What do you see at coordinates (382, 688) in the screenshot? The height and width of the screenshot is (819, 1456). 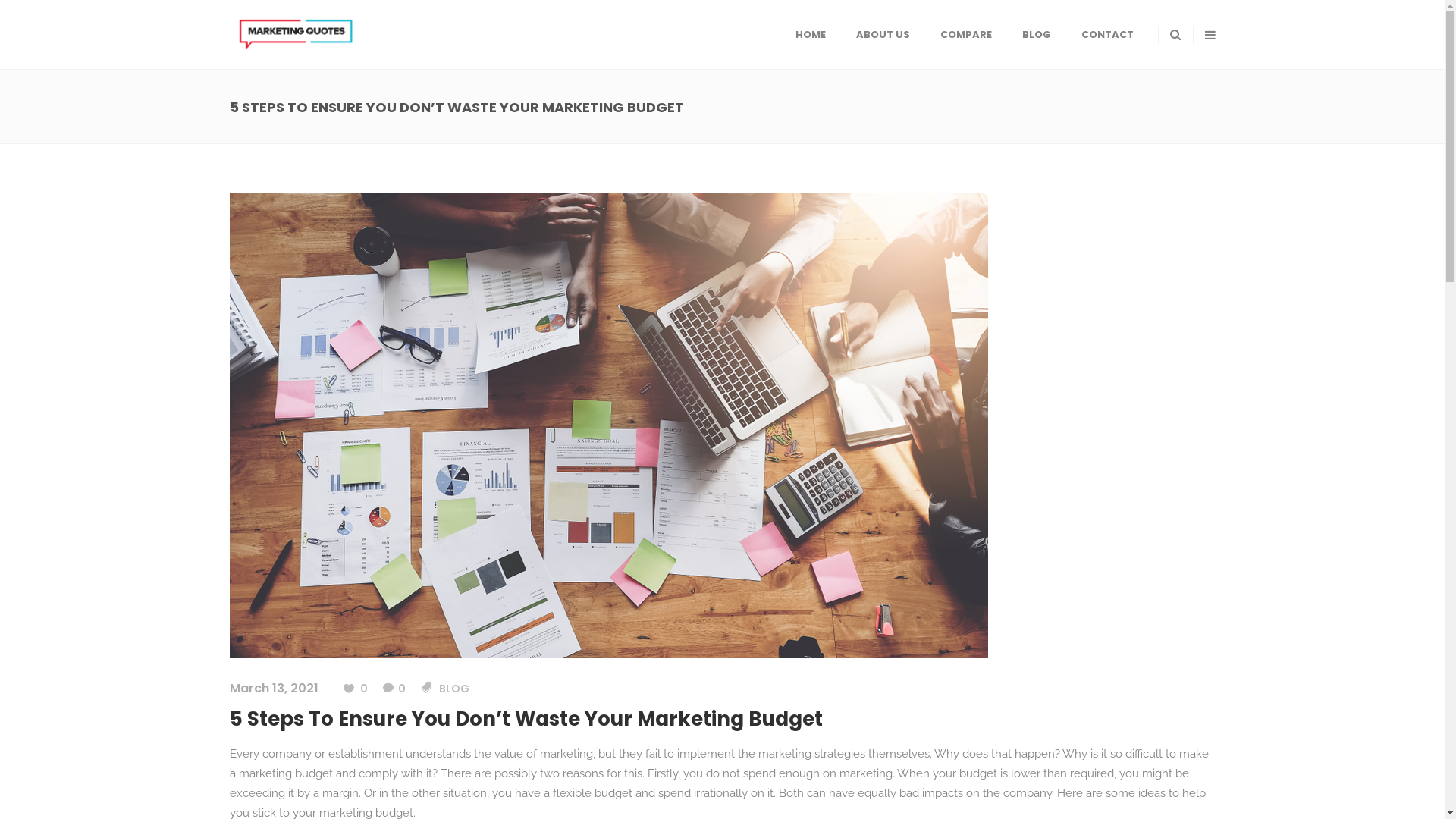 I see `'0'` at bounding box center [382, 688].